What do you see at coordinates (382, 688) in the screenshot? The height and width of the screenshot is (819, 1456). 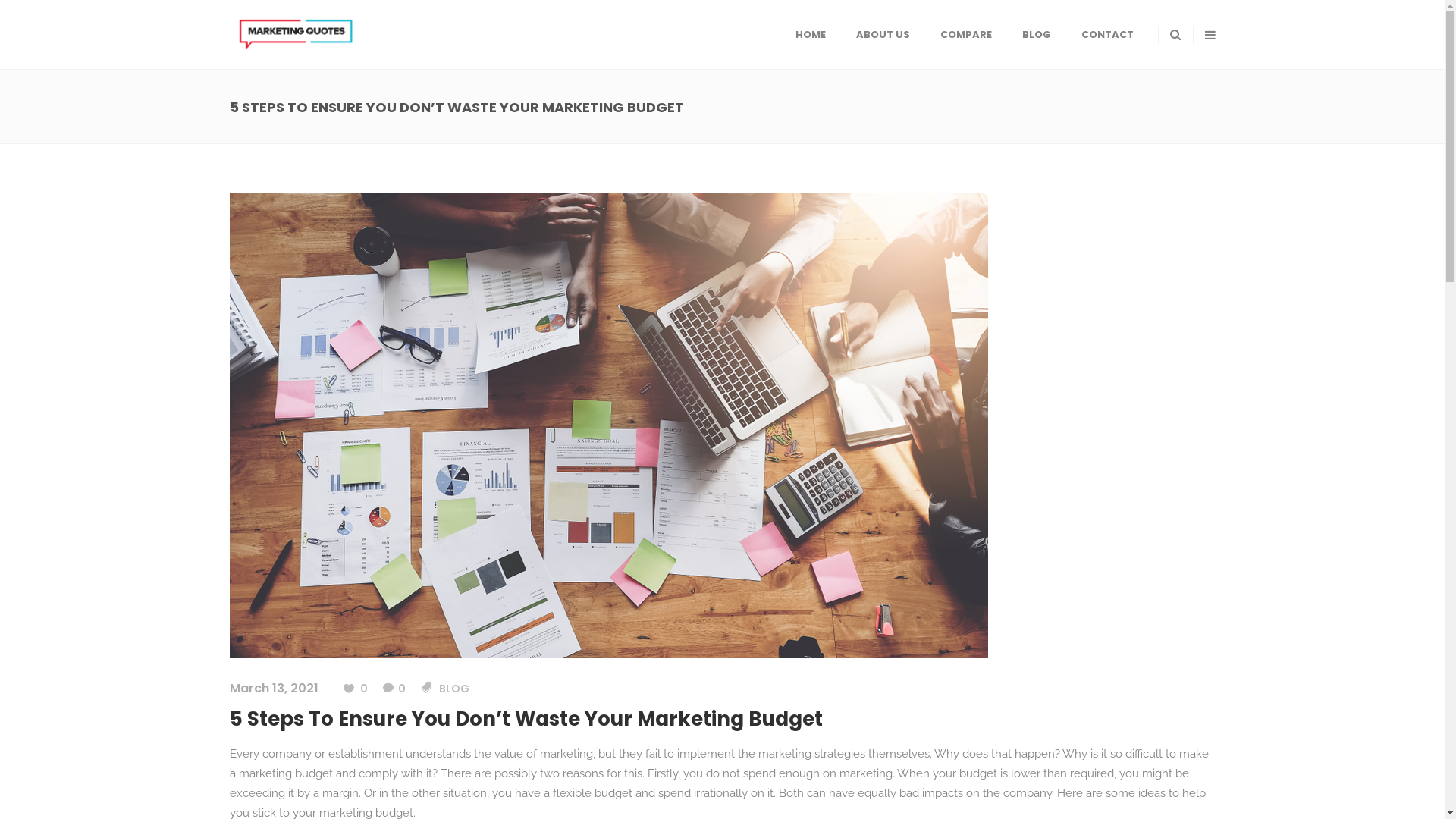 I see `'0'` at bounding box center [382, 688].